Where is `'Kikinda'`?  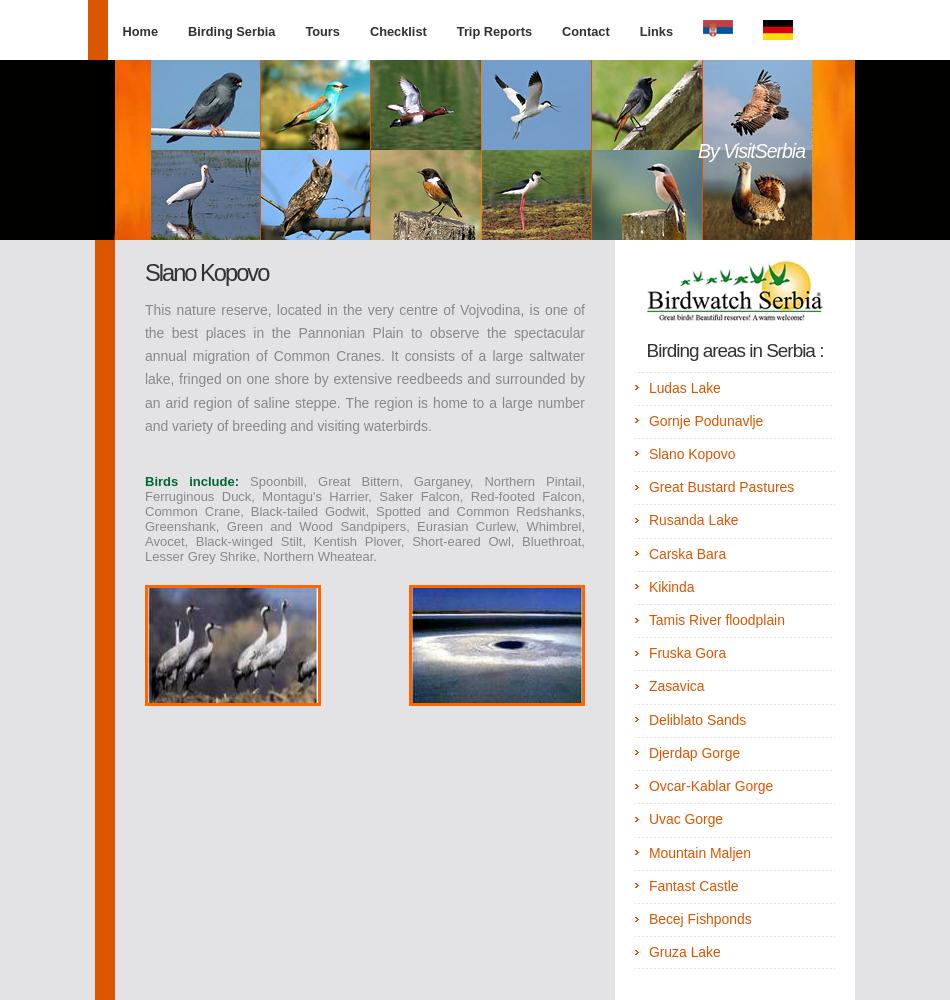 'Kikinda' is located at coordinates (647, 585).